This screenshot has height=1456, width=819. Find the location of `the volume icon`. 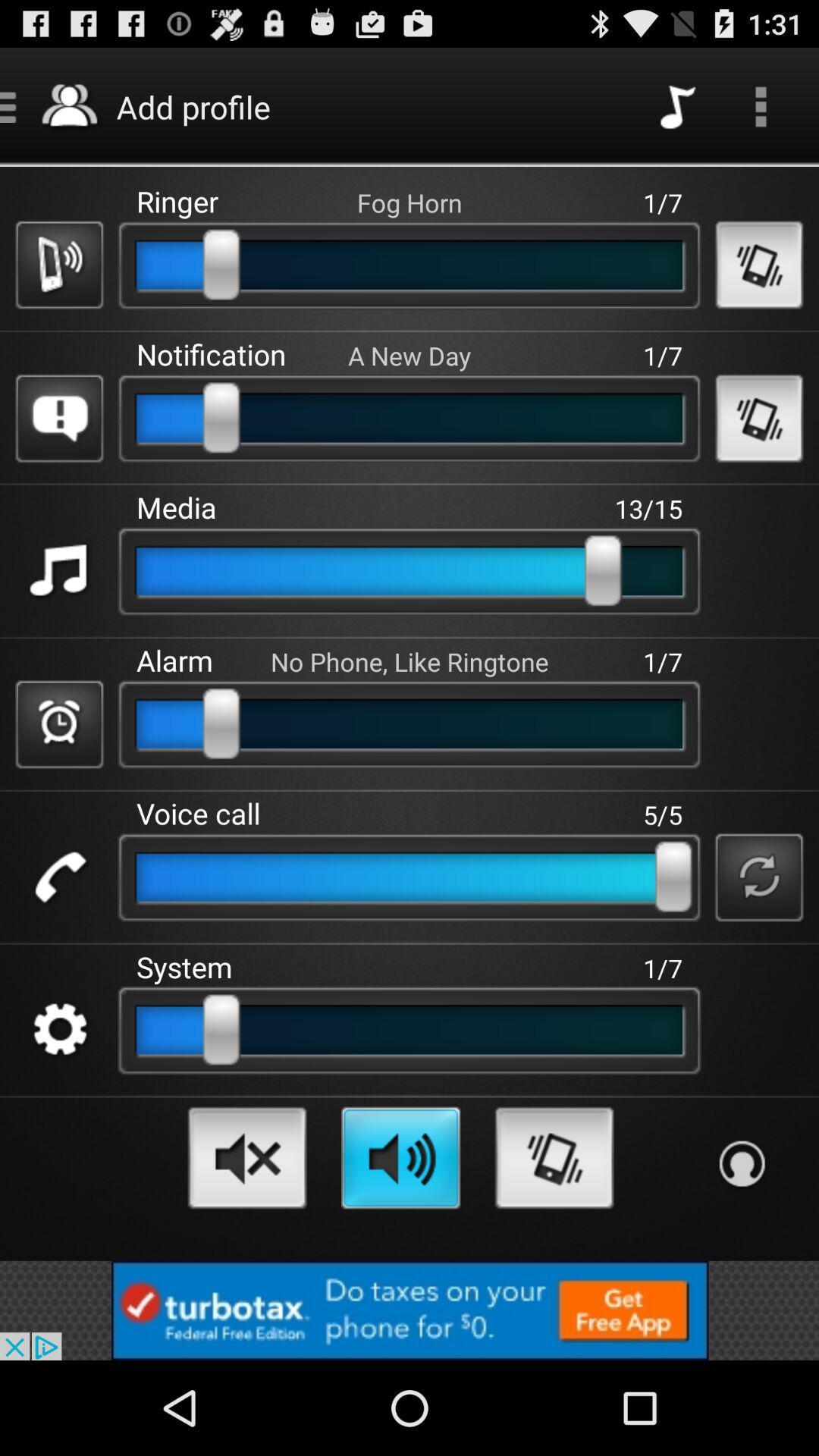

the volume icon is located at coordinates (246, 1239).